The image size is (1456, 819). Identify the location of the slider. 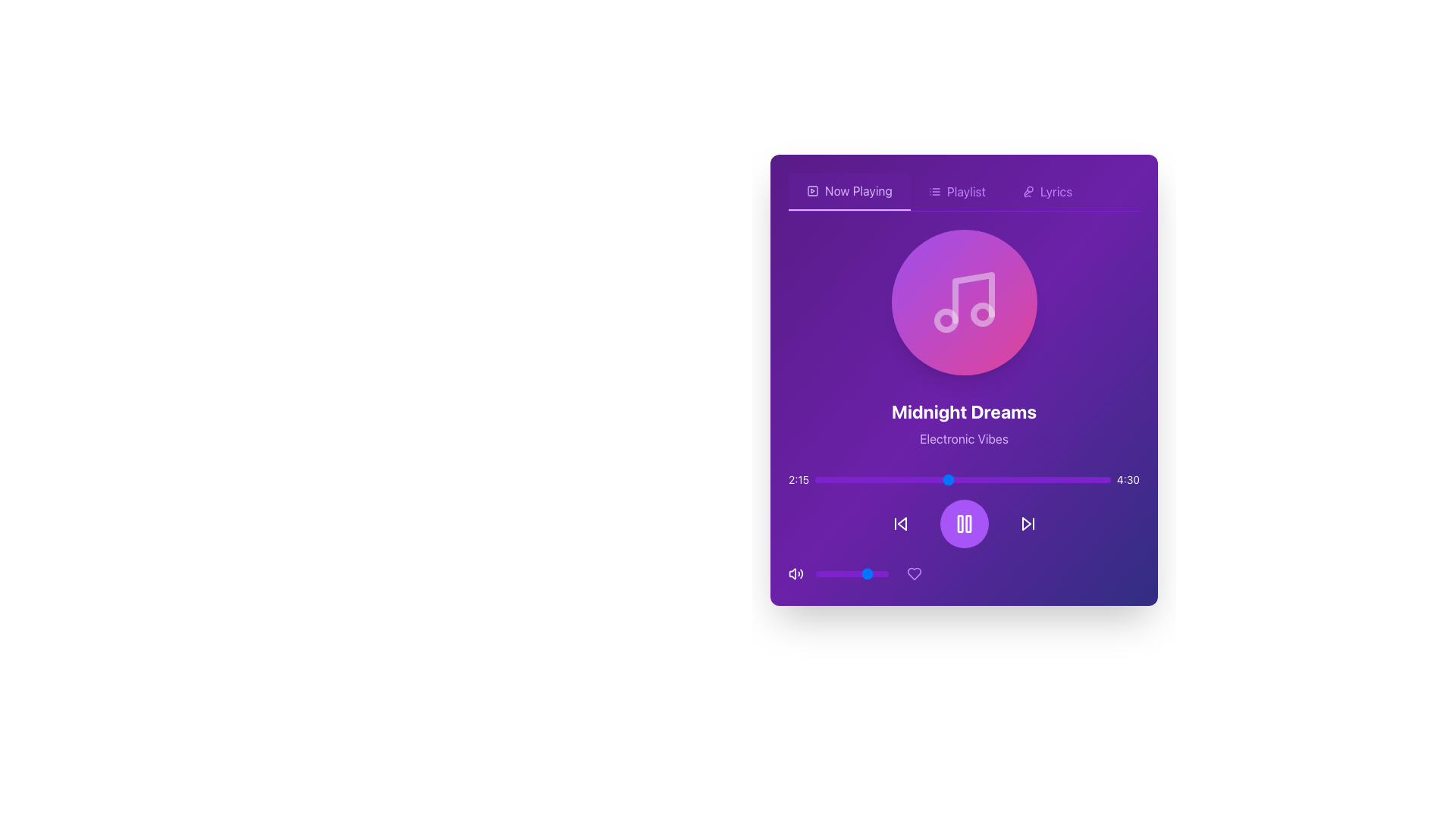
(1031, 479).